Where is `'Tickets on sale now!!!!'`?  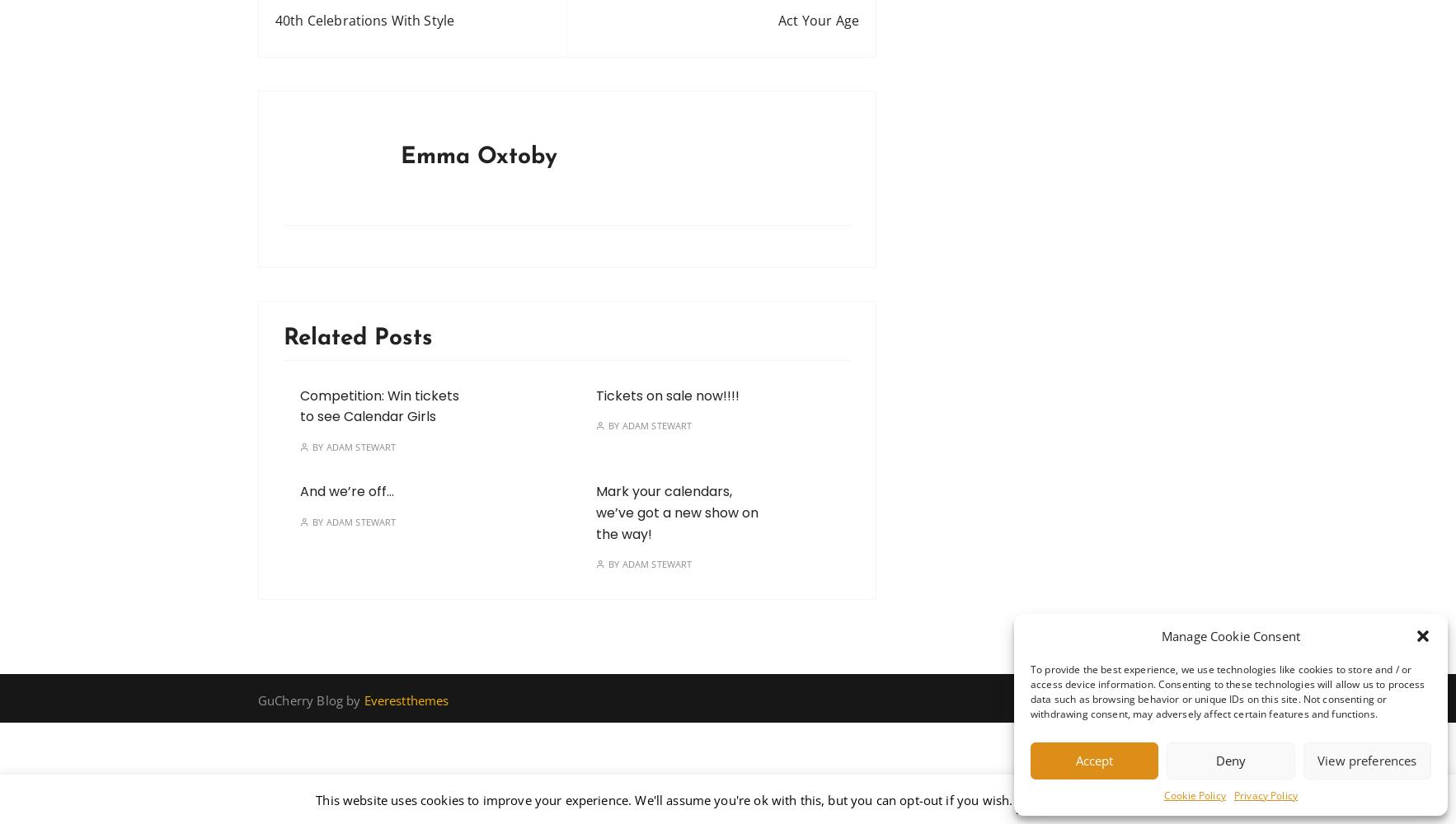 'Tickets on sale now!!!!' is located at coordinates (668, 394).